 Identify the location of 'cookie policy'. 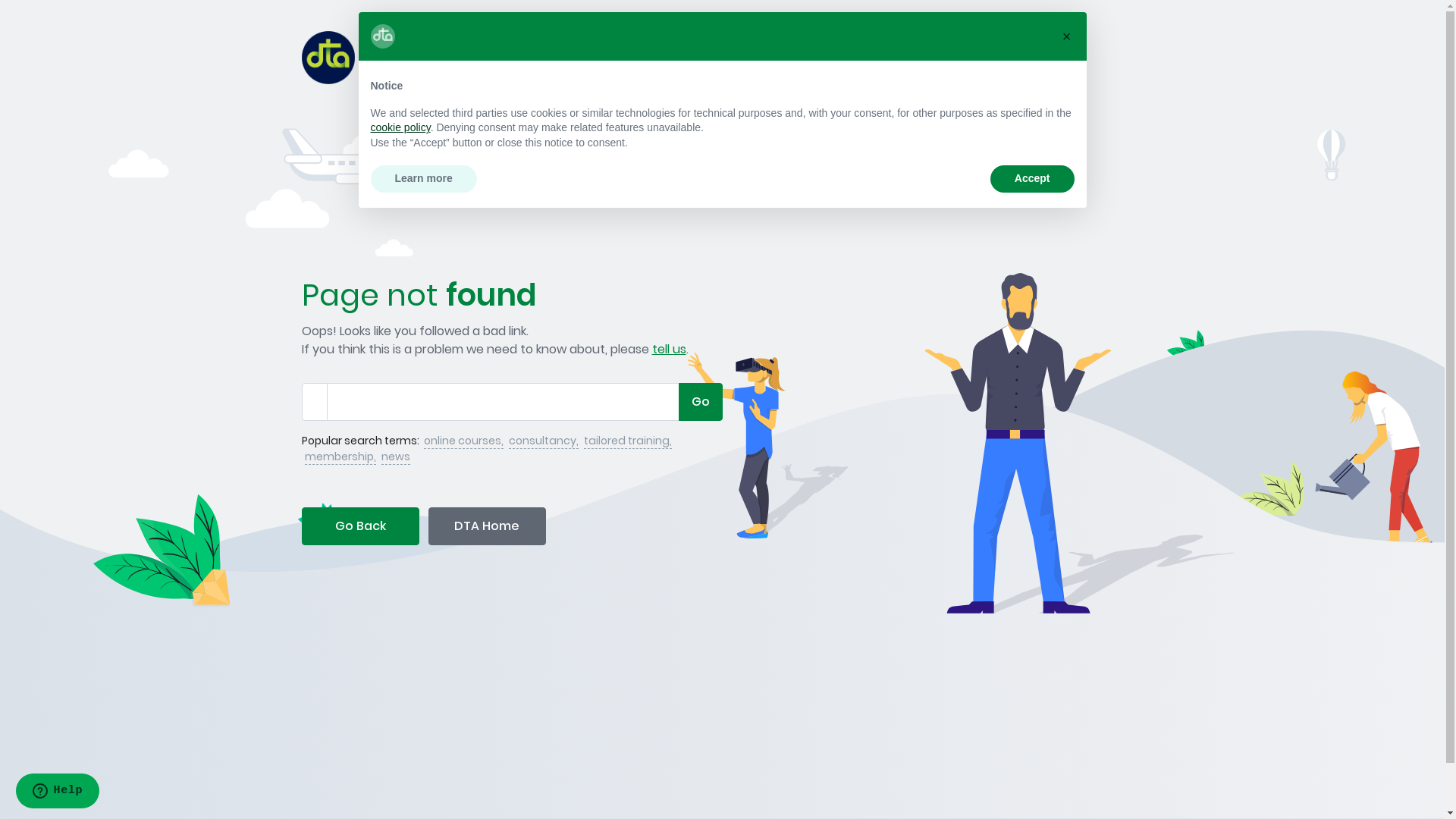
(400, 127).